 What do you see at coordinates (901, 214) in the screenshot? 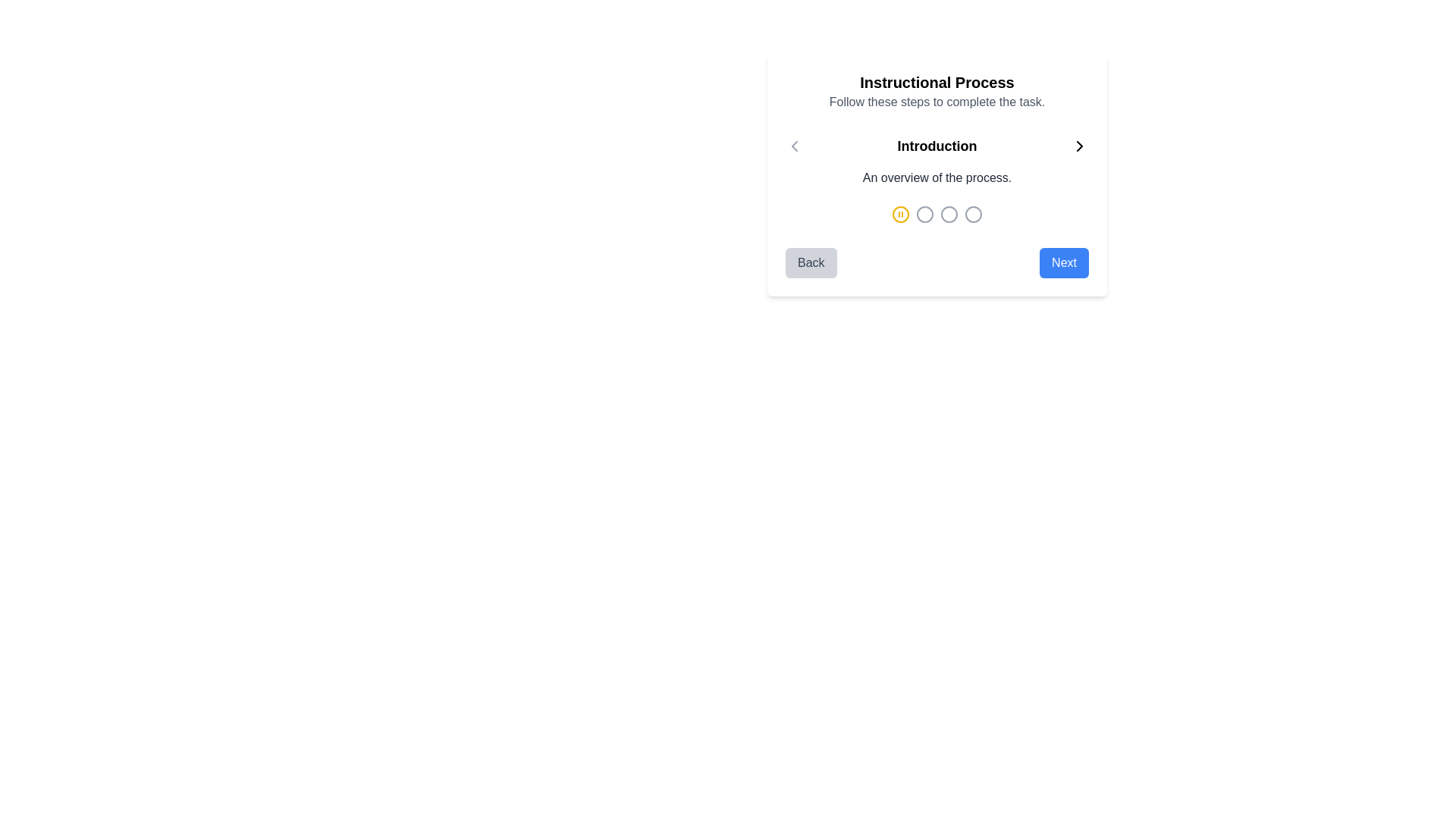
I see `the Step indicator icon, which is the second circular icon from the left in a horizontal row at the bottom center of the dialog box` at bounding box center [901, 214].